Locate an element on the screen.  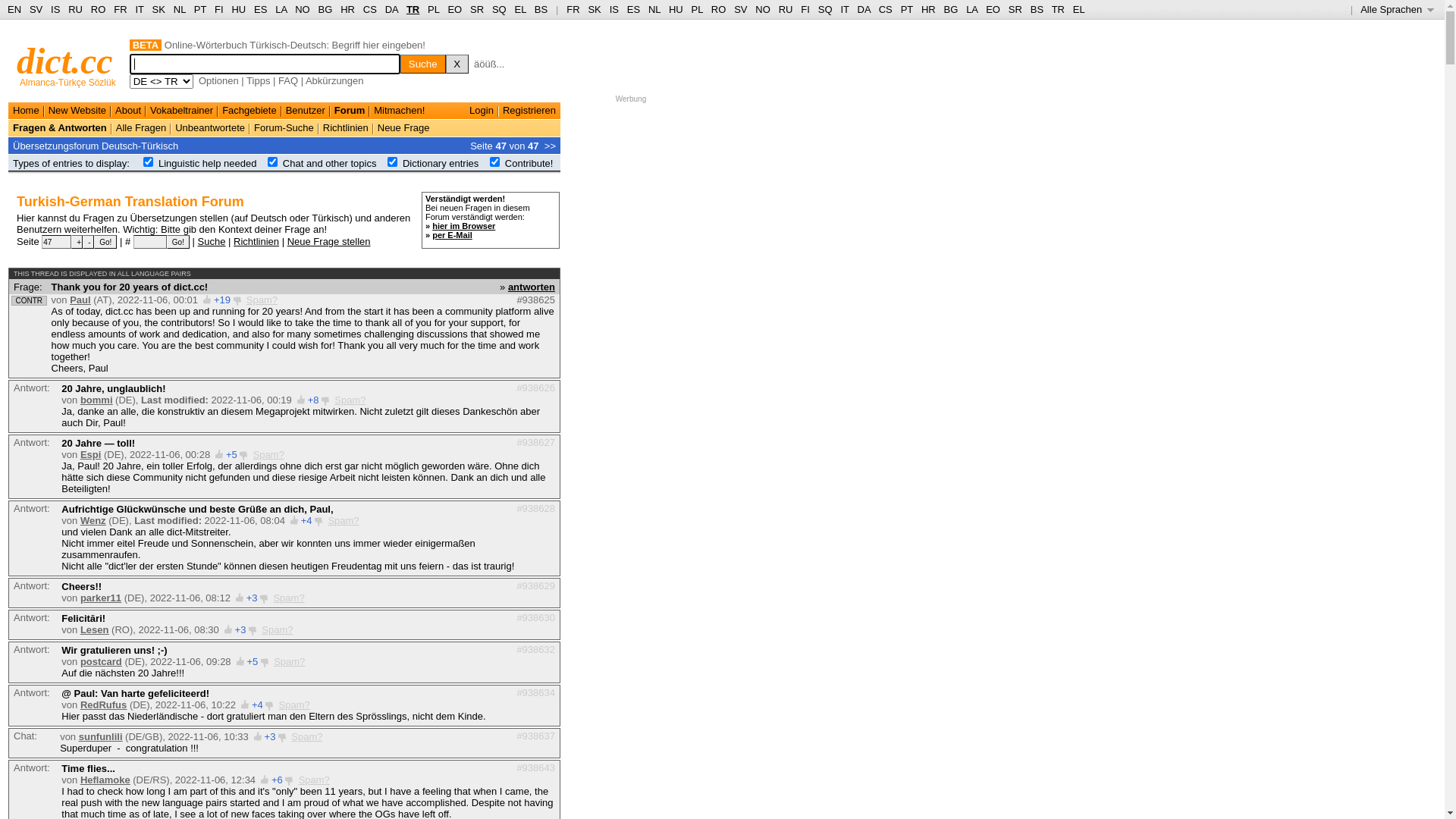
'NL' is located at coordinates (654, 9).